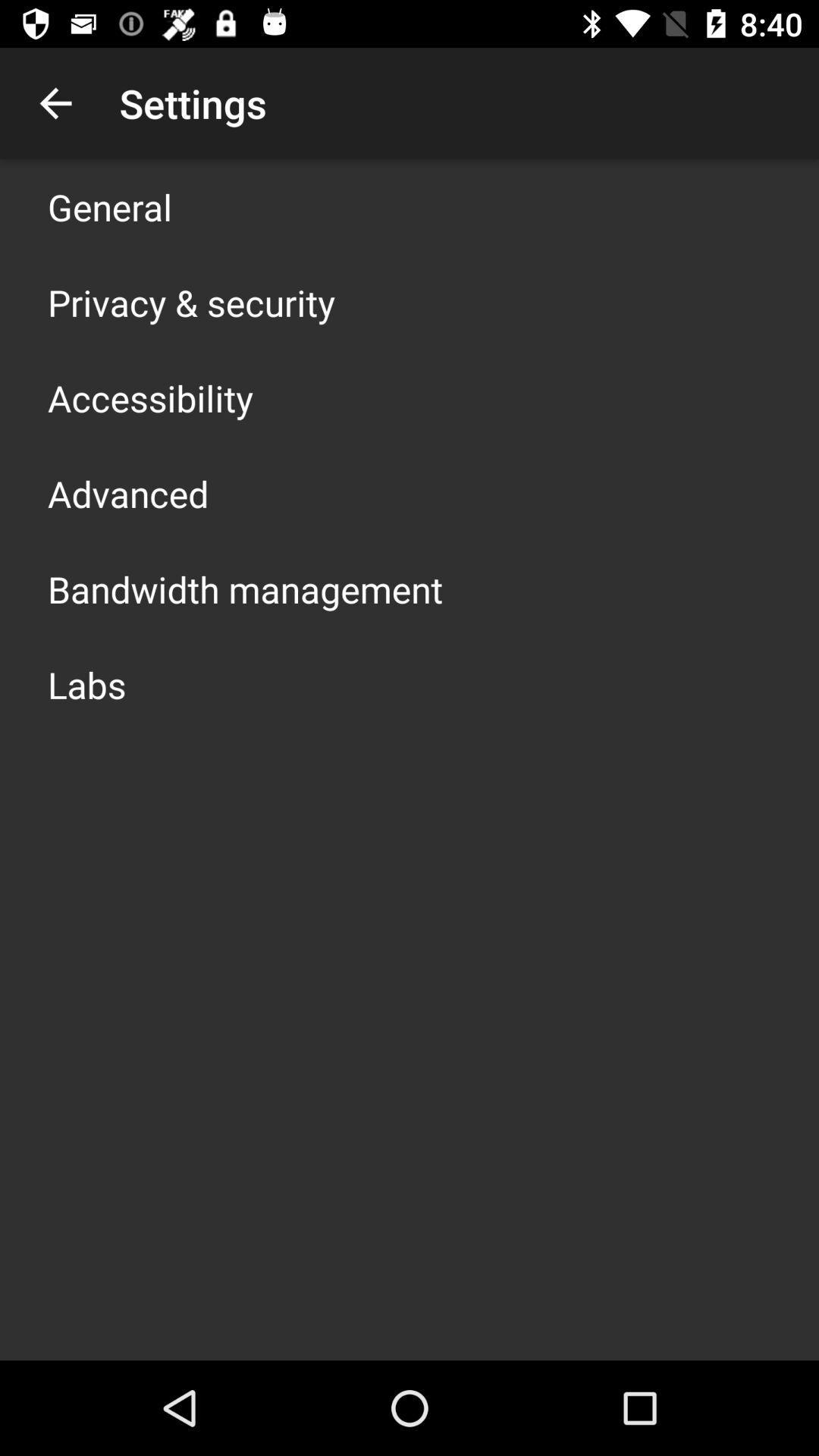 The image size is (819, 1456). What do you see at coordinates (190, 302) in the screenshot?
I see `the privacy & security` at bounding box center [190, 302].